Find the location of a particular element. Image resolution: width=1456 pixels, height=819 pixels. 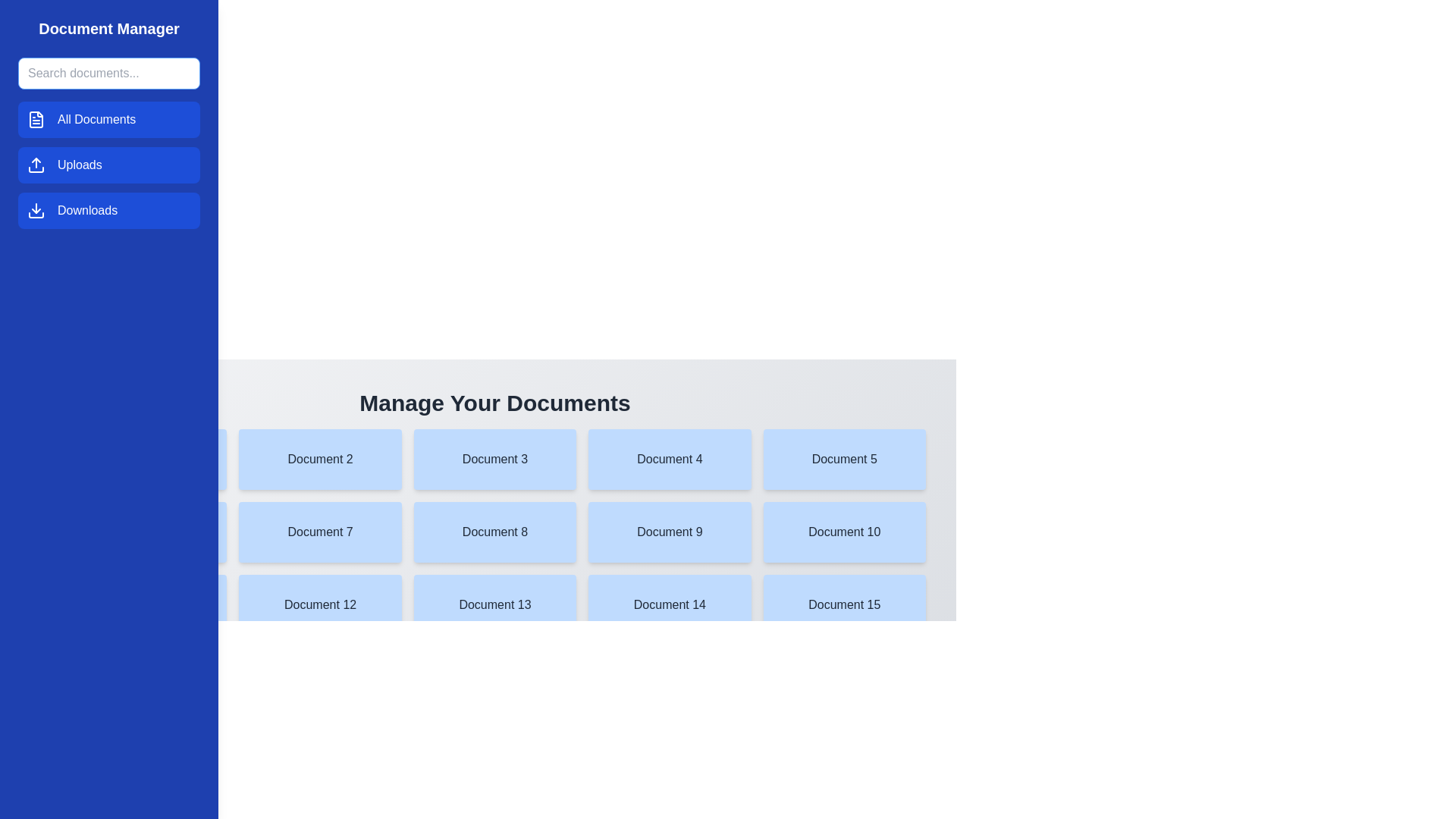

the document category Downloads from the list is located at coordinates (108, 210).